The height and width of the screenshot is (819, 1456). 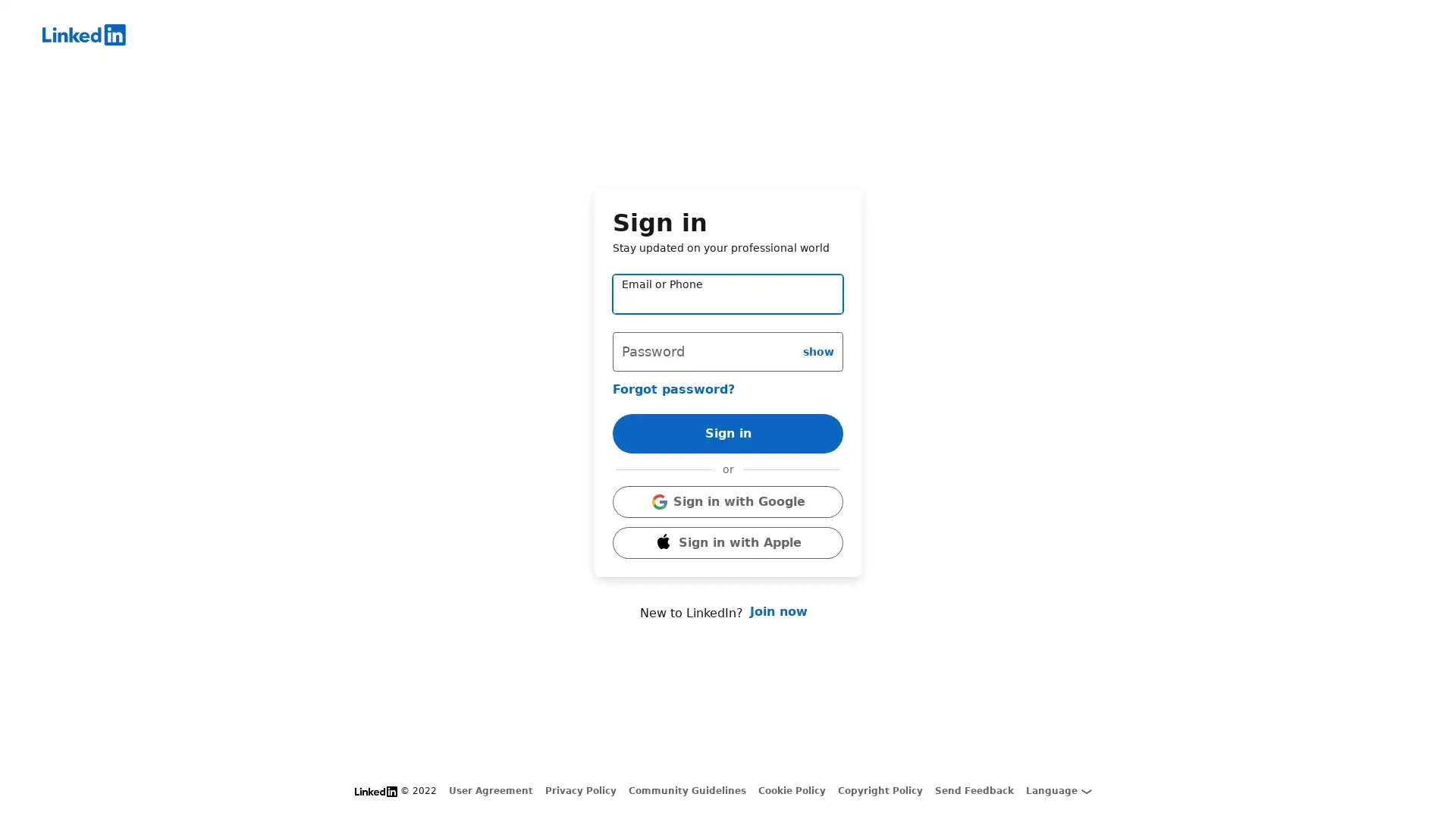 I want to click on Language, so click(x=1058, y=790).